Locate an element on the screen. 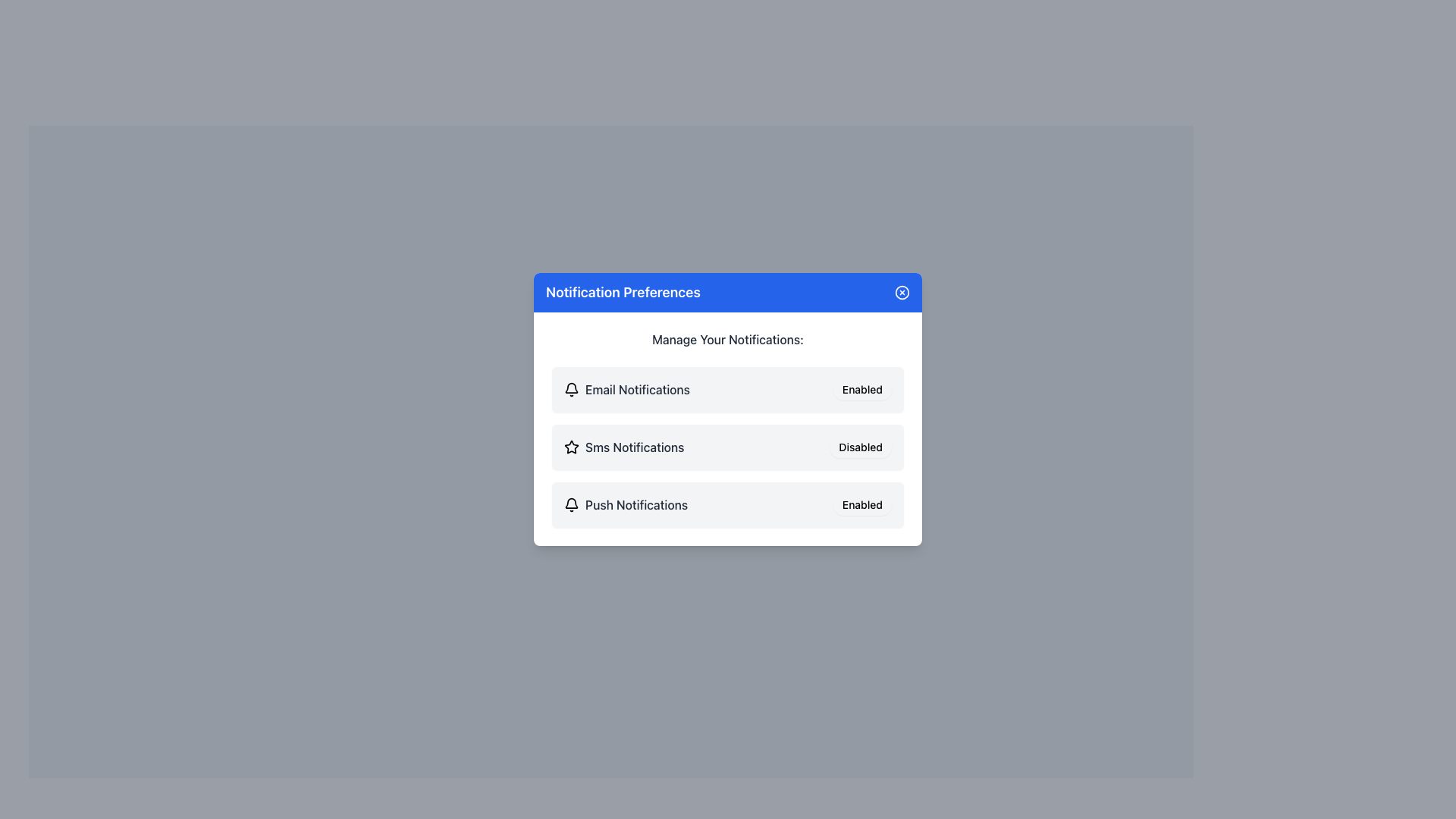 The image size is (1456, 819). the toggle buttons within the 'Notification Preferences' modal dialog to change the notification settings is located at coordinates (728, 409).